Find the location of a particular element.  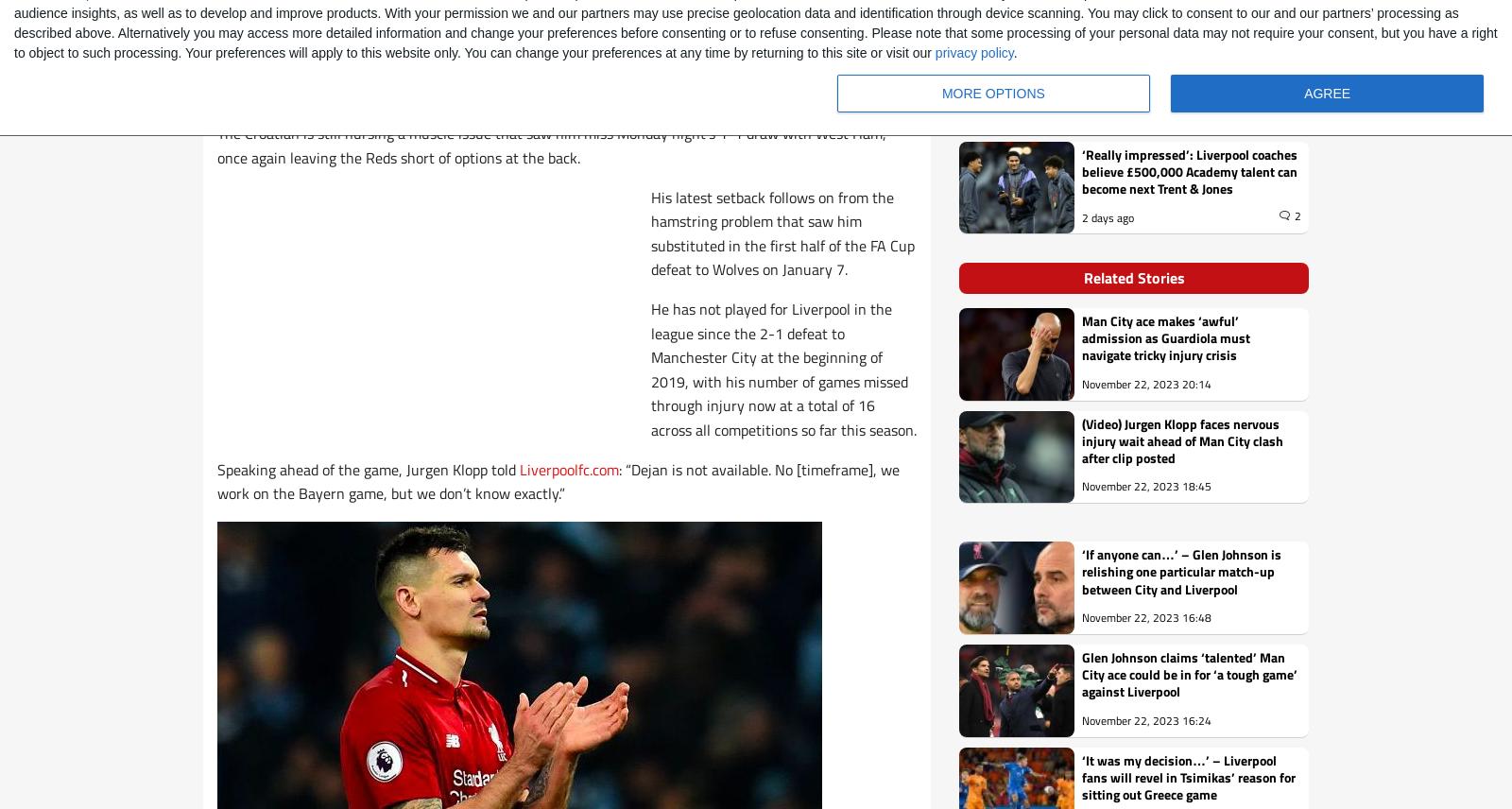

'November 22, 2023 16:48' is located at coordinates (1145, 617).